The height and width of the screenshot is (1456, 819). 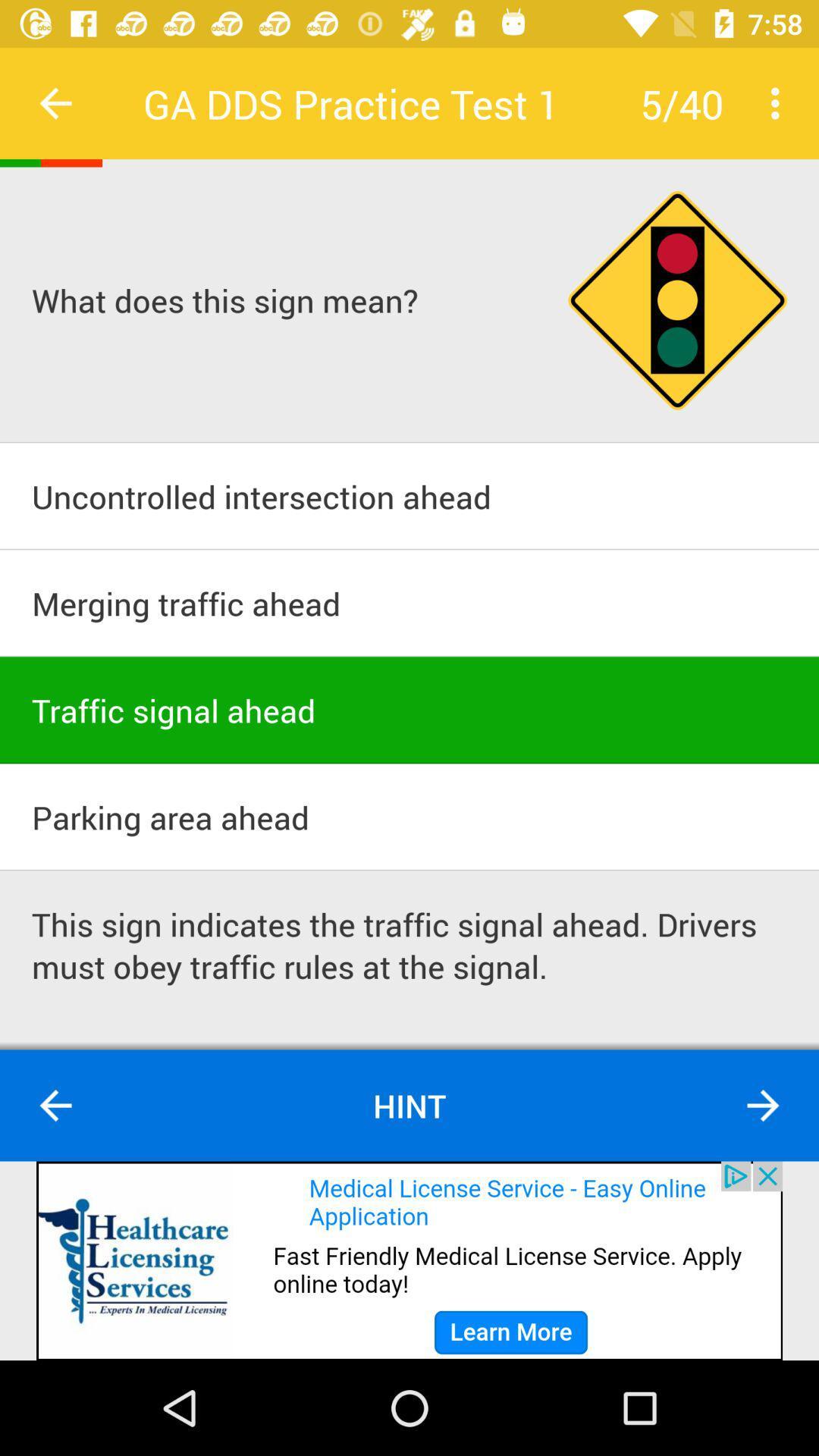 What do you see at coordinates (55, 102) in the screenshot?
I see `go back` at bounding box center [55, 102].